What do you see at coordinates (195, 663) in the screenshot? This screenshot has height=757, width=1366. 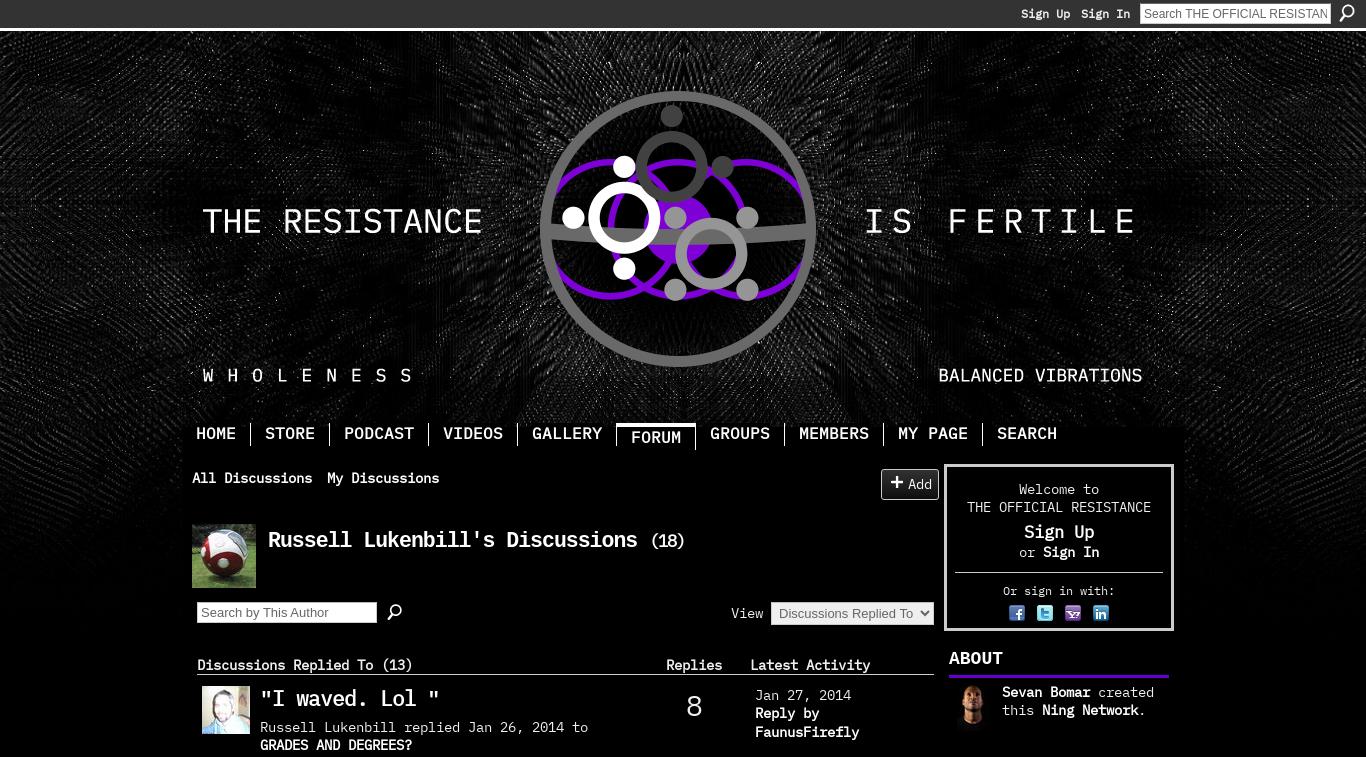 I see `'Discussions Replied To (13)'` at bounding box center [195, 663].